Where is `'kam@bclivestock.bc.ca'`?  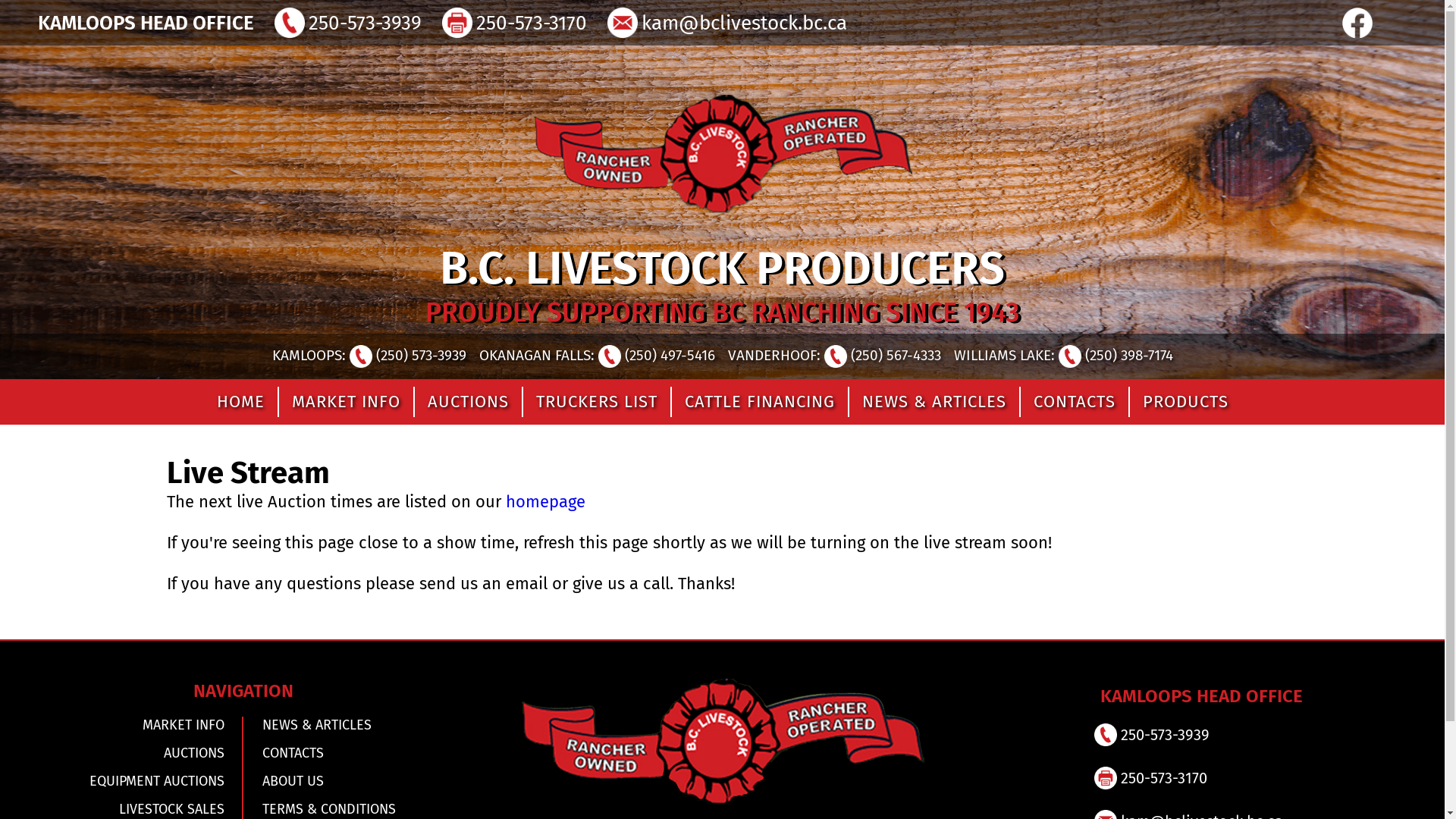
'kam@bclivestock.bc.ca' is located at coordinates (742, 22).